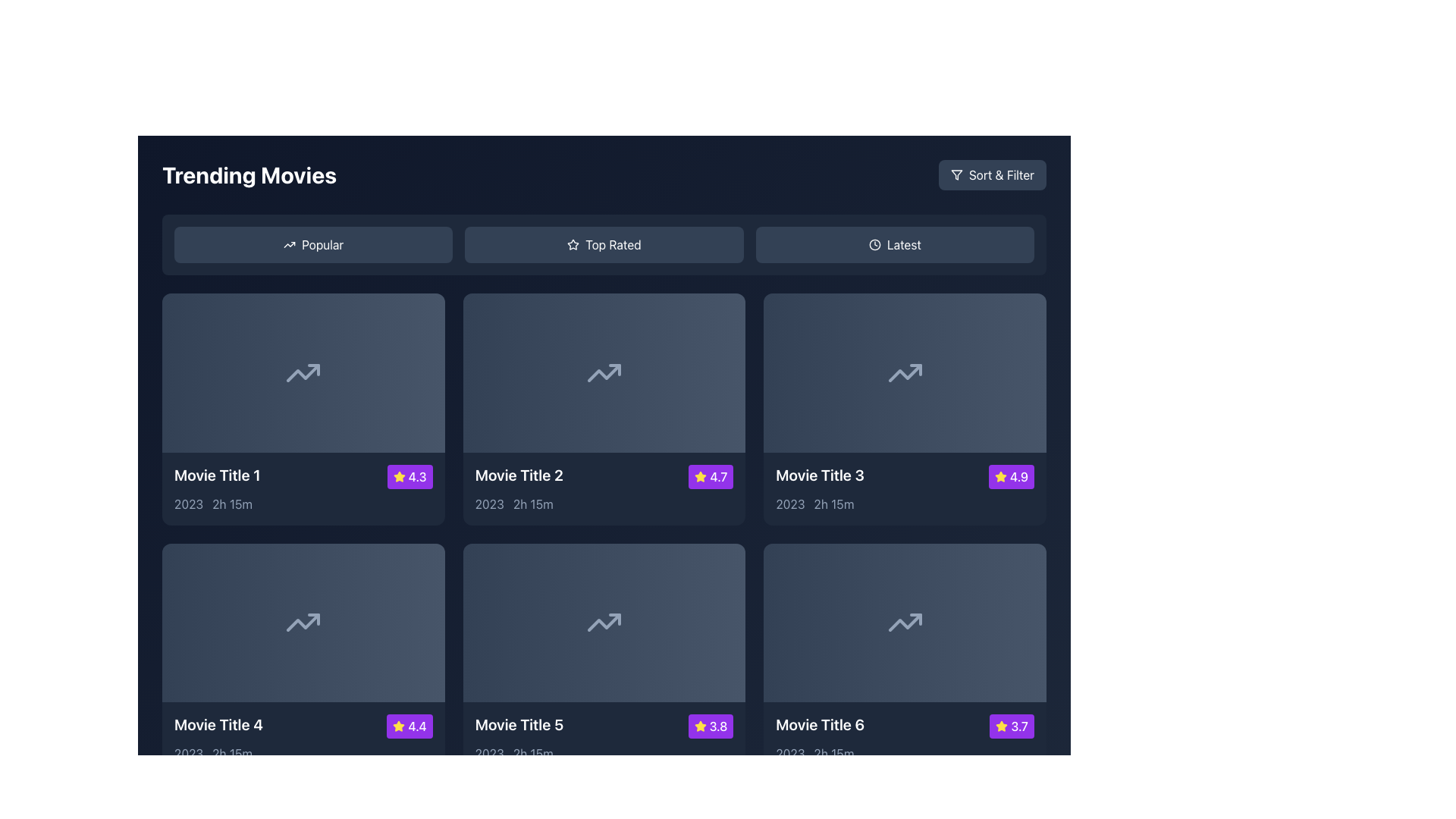 This screenshot has width=1456, height=819. What do you see at coordinates (533, 754) in the screenshot?
I see `the Text label providing information about the duration of 'Movie Title 5', located below the title in the grid layout` at bounding box center [533, 754].